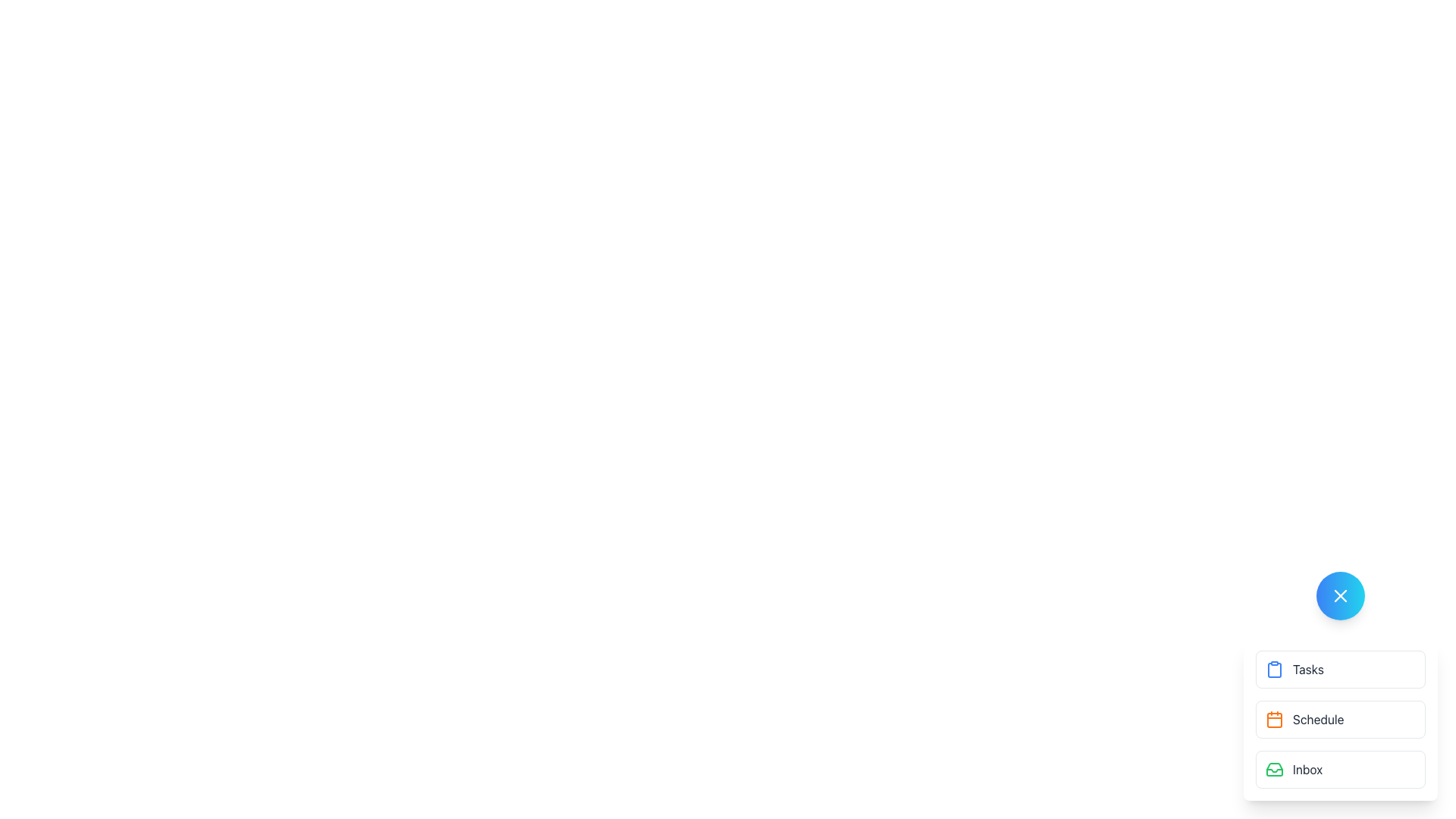  What do you see at coordinates (1340, 718) in the screenshot?
I see `the 'Schedule' option from the menu, which is the second entry in a vertically aligned list, positioned below 'Tasks' and above 'Inbox'` at bounding box center [1340, 718].